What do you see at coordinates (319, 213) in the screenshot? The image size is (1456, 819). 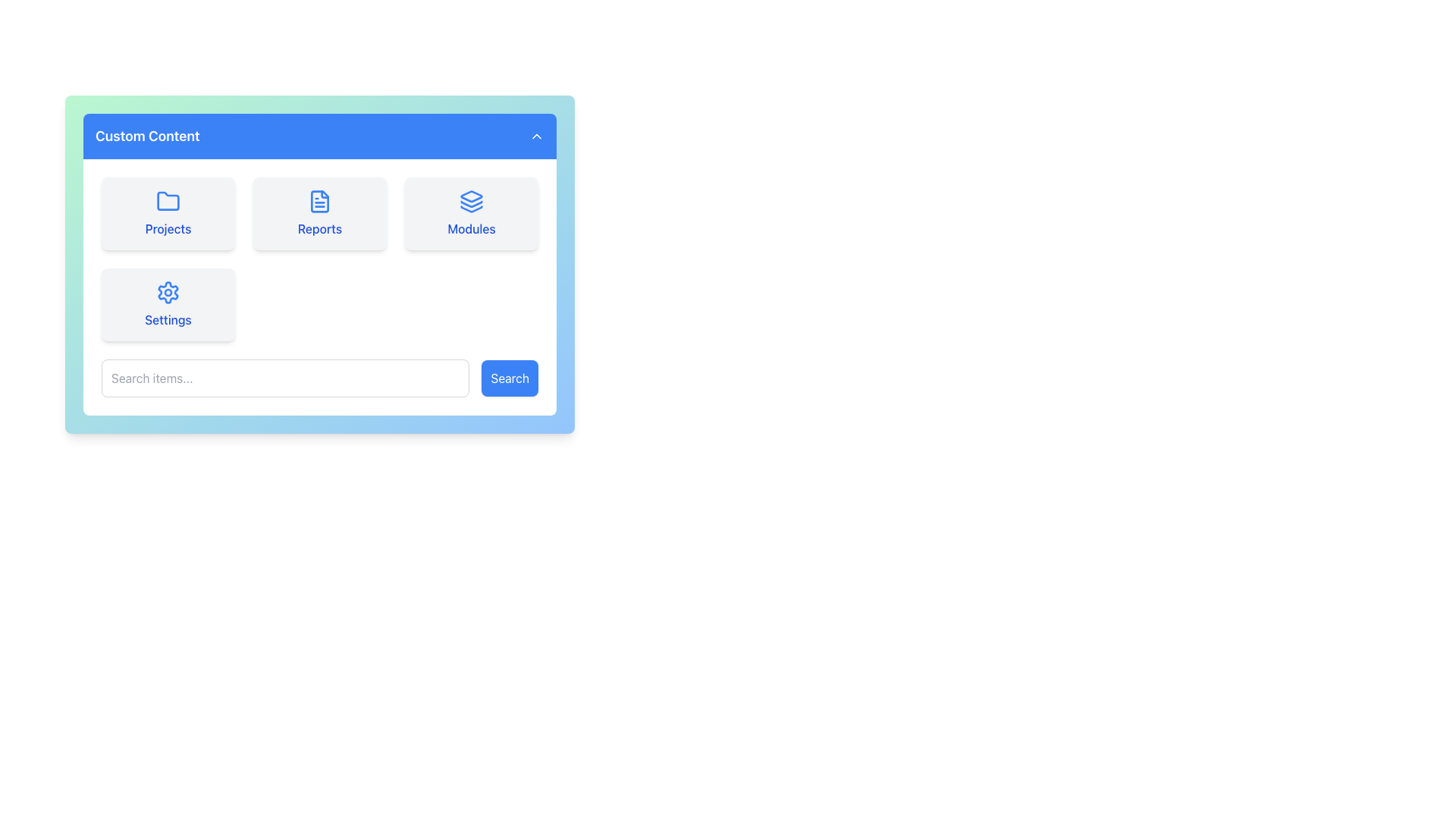 I see `the 'Reports' interactive card in the navigation grid to trigger hover effects, such as background color change` at bounding box center [319, 213].